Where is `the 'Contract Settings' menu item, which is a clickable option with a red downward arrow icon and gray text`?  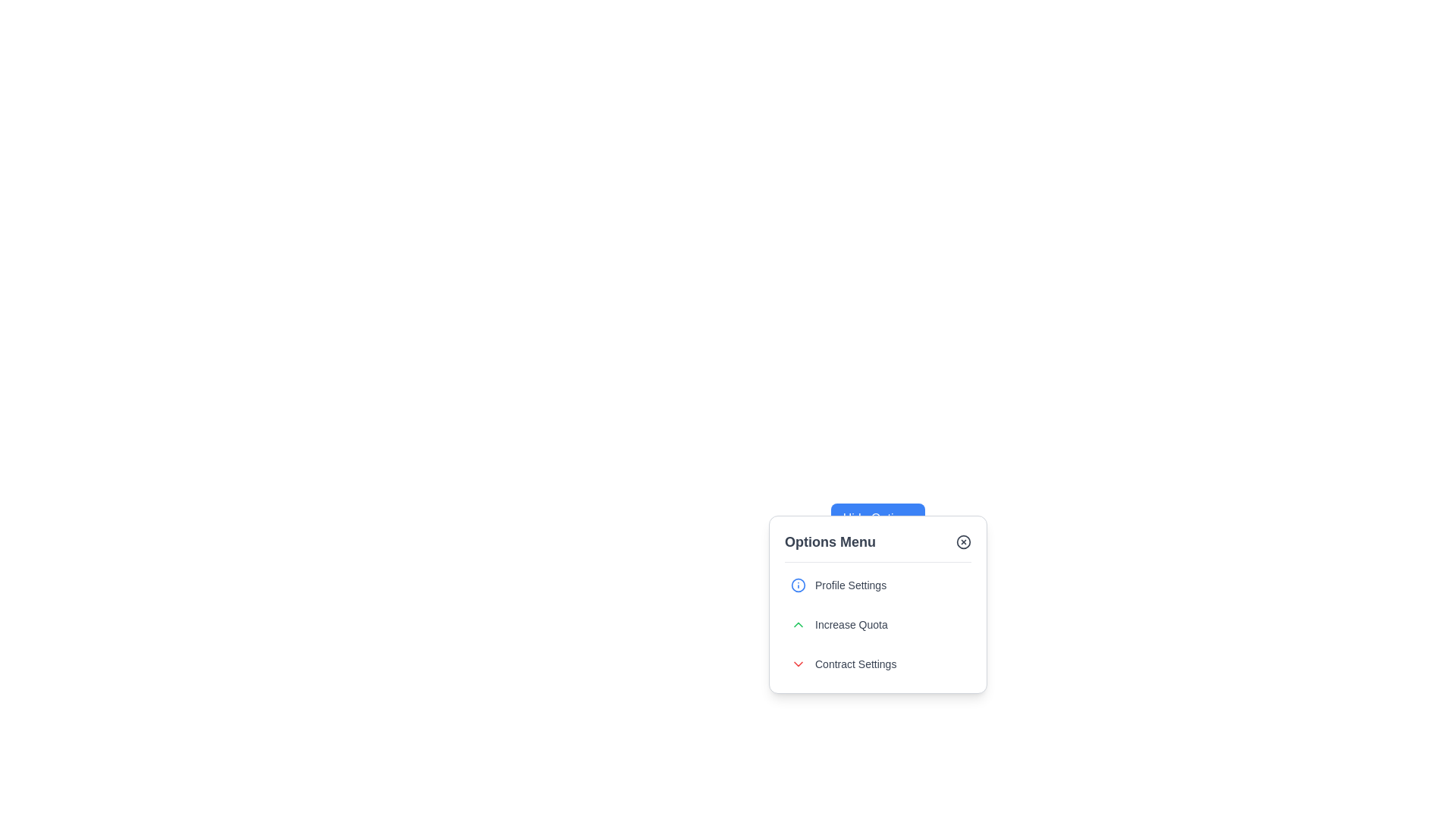
the 'Contract Settings' menu item, which is a clickable option with a red downward arrow icon and gray text is located at coordinates (877, 663).